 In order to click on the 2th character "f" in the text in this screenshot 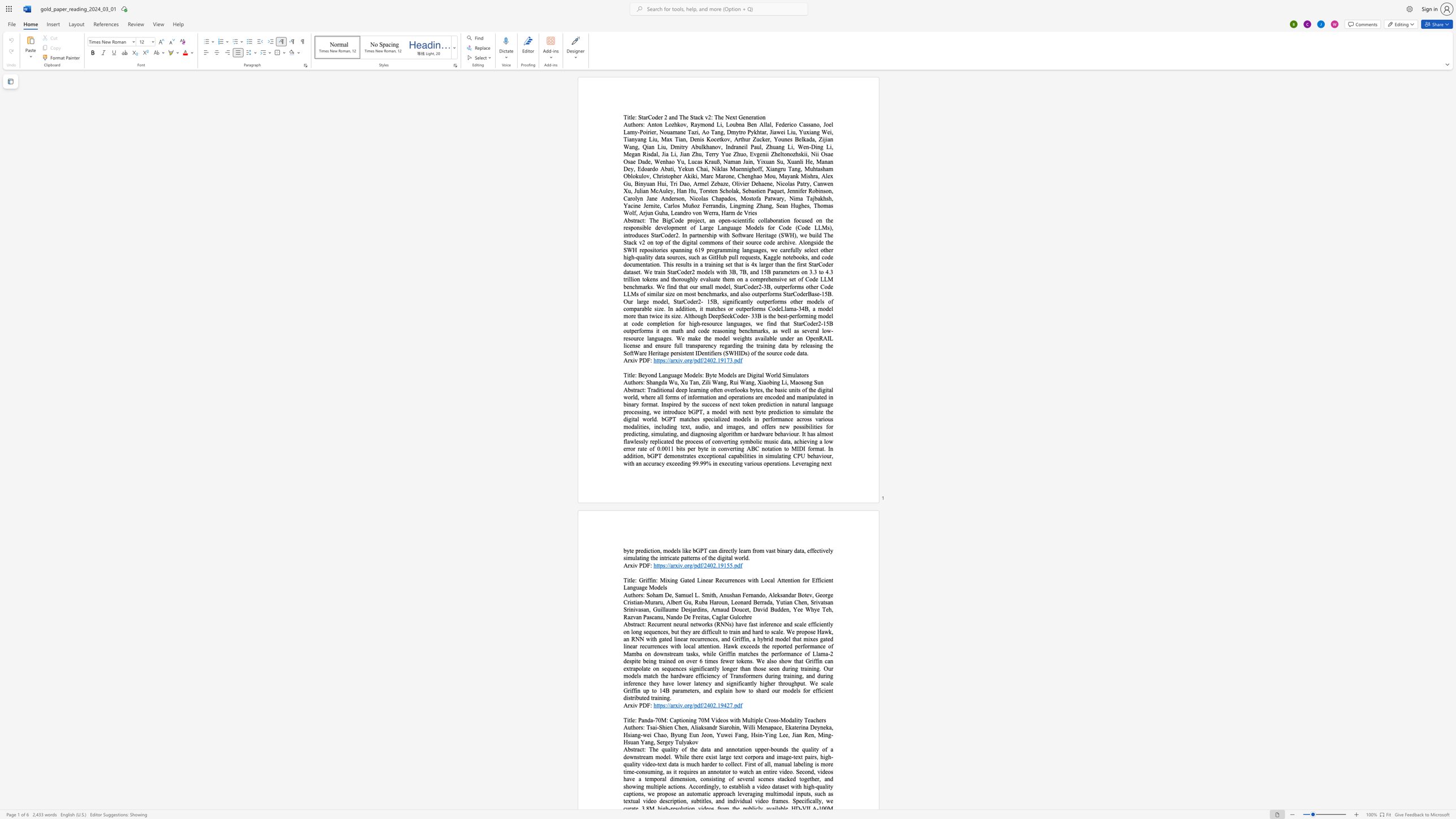, I will do `click(741, 359)`.